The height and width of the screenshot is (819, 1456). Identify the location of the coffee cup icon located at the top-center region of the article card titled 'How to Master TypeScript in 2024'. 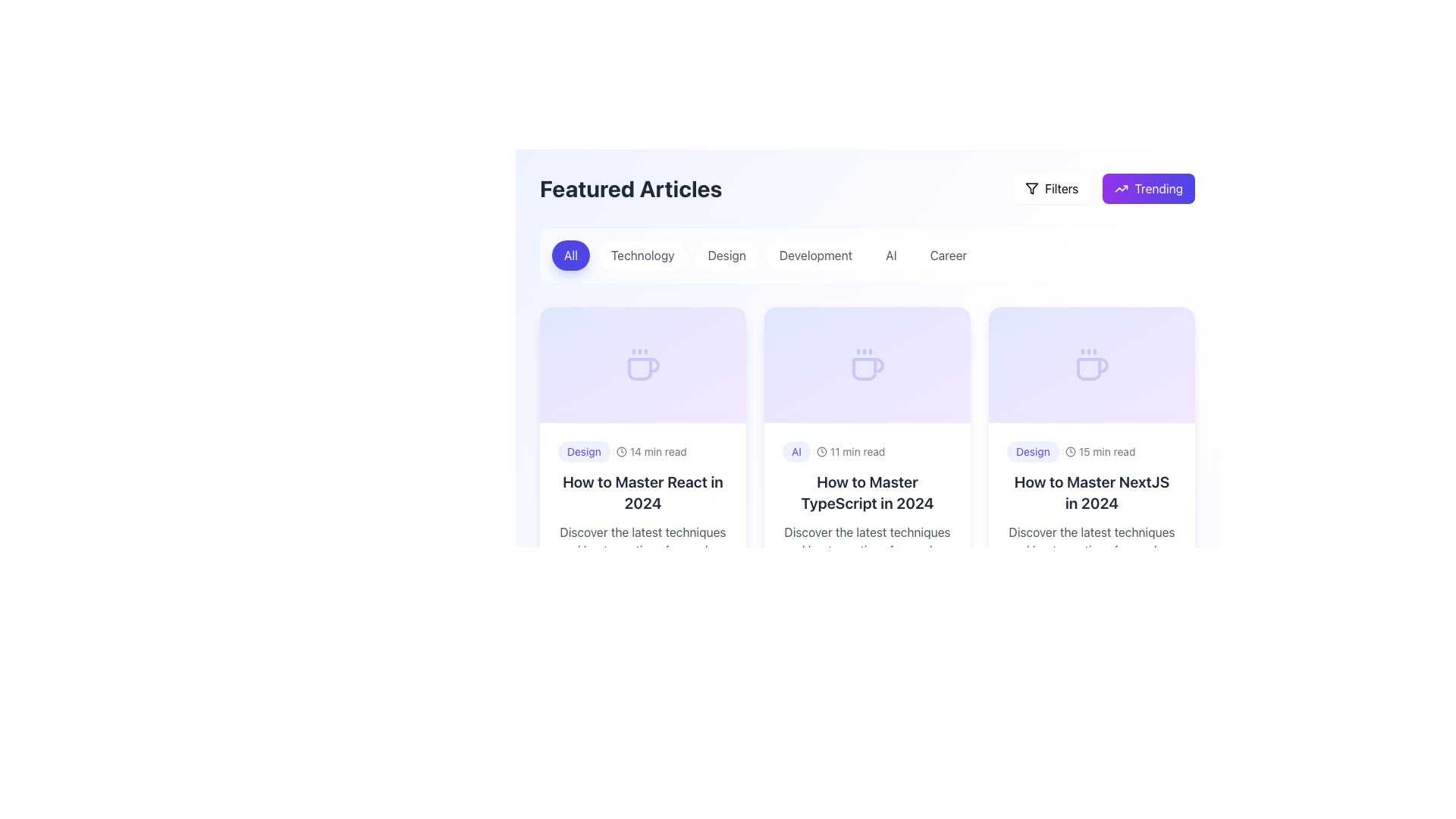
(868, 369).